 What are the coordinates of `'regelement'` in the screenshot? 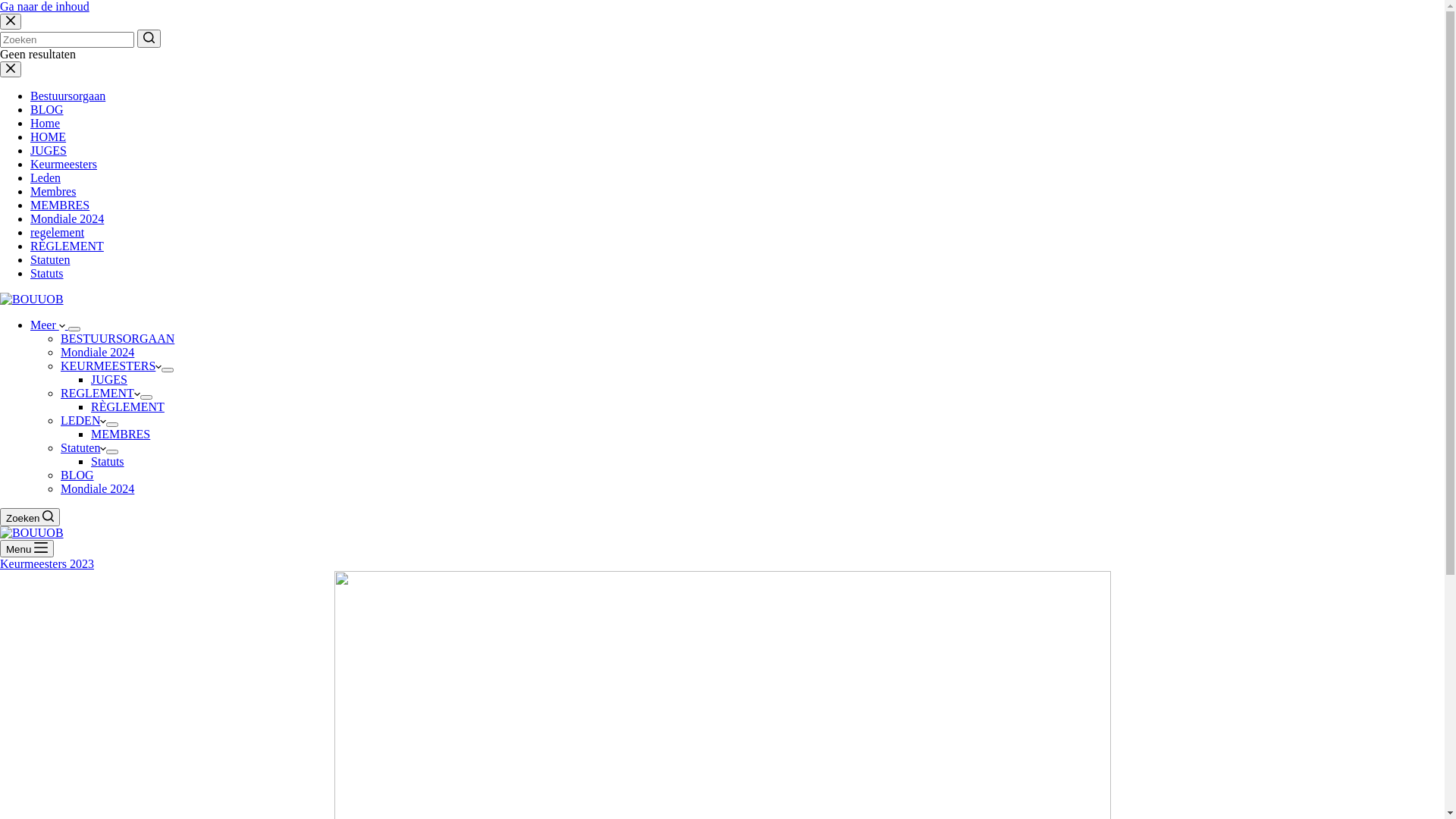 It's located at (57, 232).